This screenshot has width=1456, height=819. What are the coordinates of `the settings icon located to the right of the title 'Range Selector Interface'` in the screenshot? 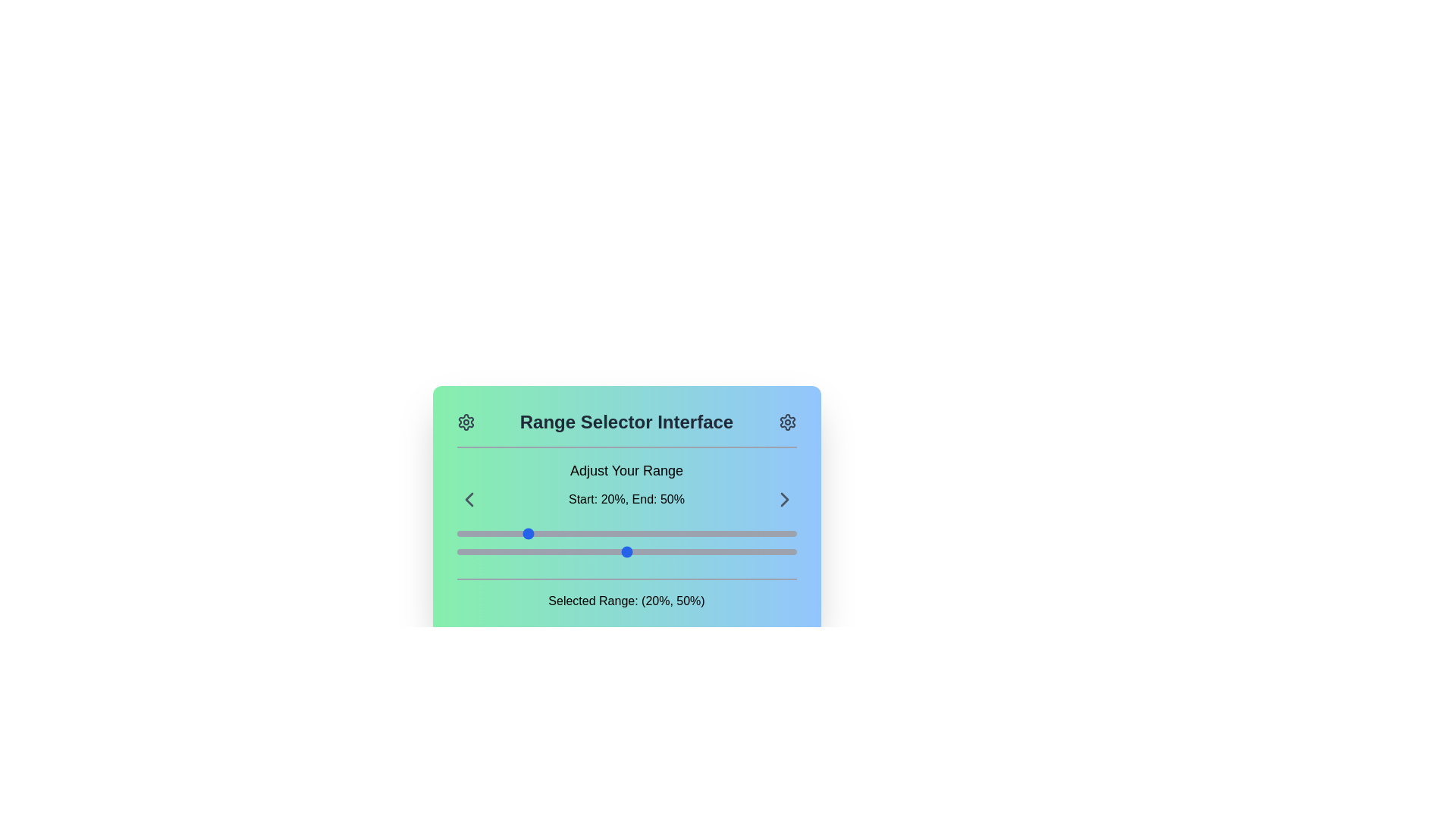 It's located at (465, 422).